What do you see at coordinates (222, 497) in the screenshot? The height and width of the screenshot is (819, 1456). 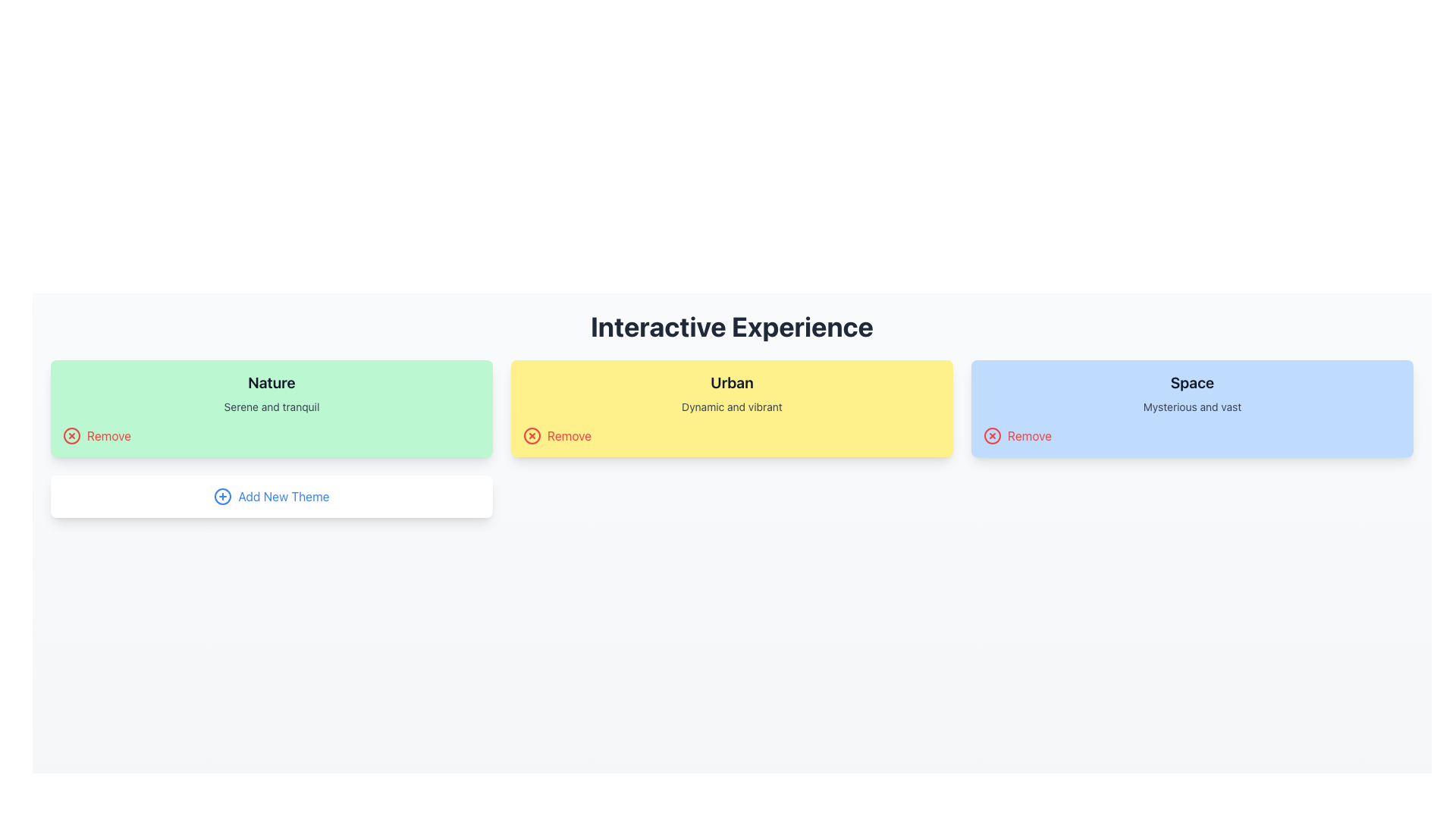 I see `the blue circular plus icon button labeled 'Add New Theme' located below the 'Nature' theme box` at bounding box center [222, 497].